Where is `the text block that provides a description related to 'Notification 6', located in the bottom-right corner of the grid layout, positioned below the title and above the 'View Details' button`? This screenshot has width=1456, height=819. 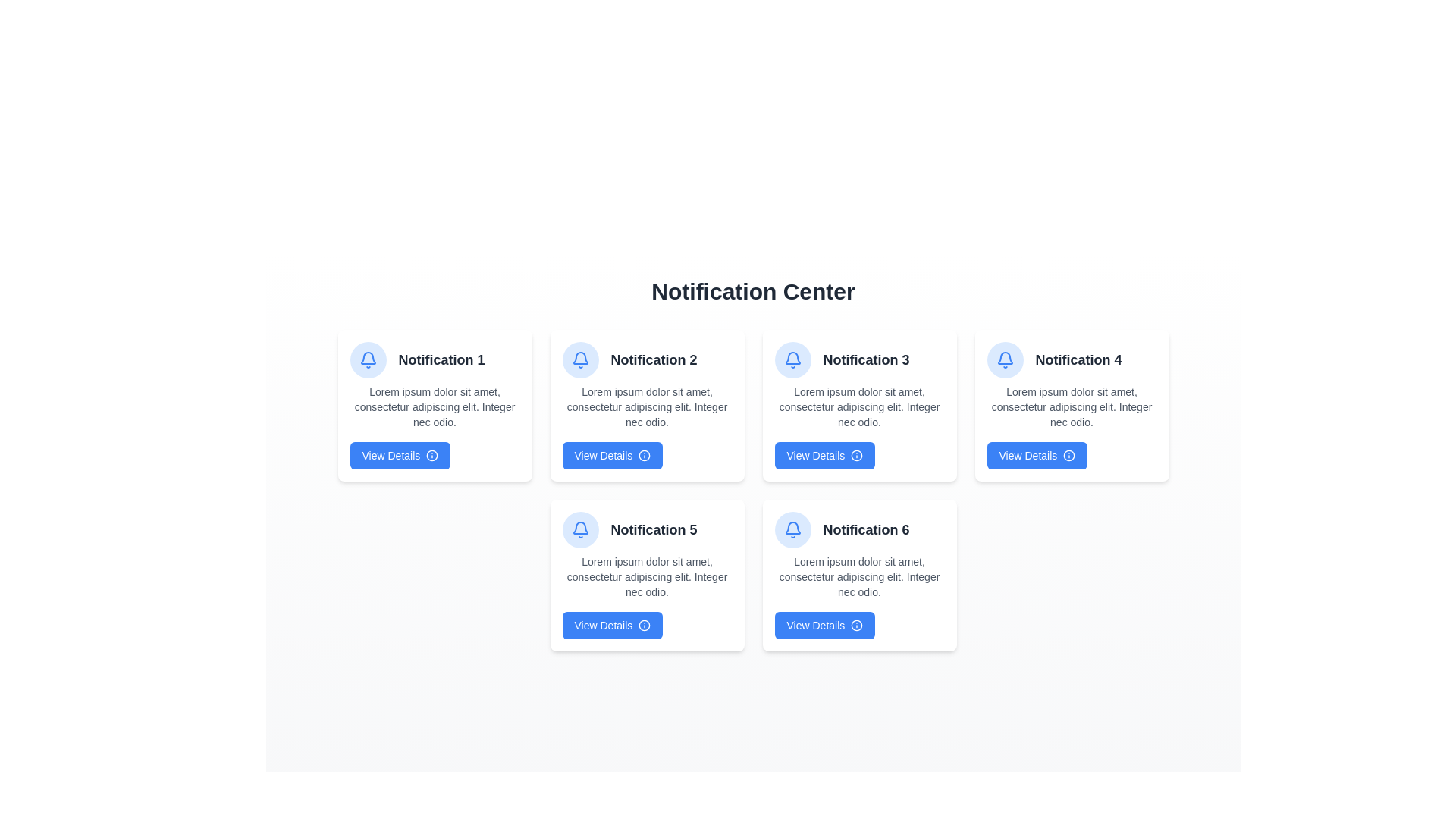
the text block that provides a description related to 'Notification 6', located in the bottom-right corner of the grid layout, positioned below the title and above the 'View Details' button is located at coordinates (859, 576).